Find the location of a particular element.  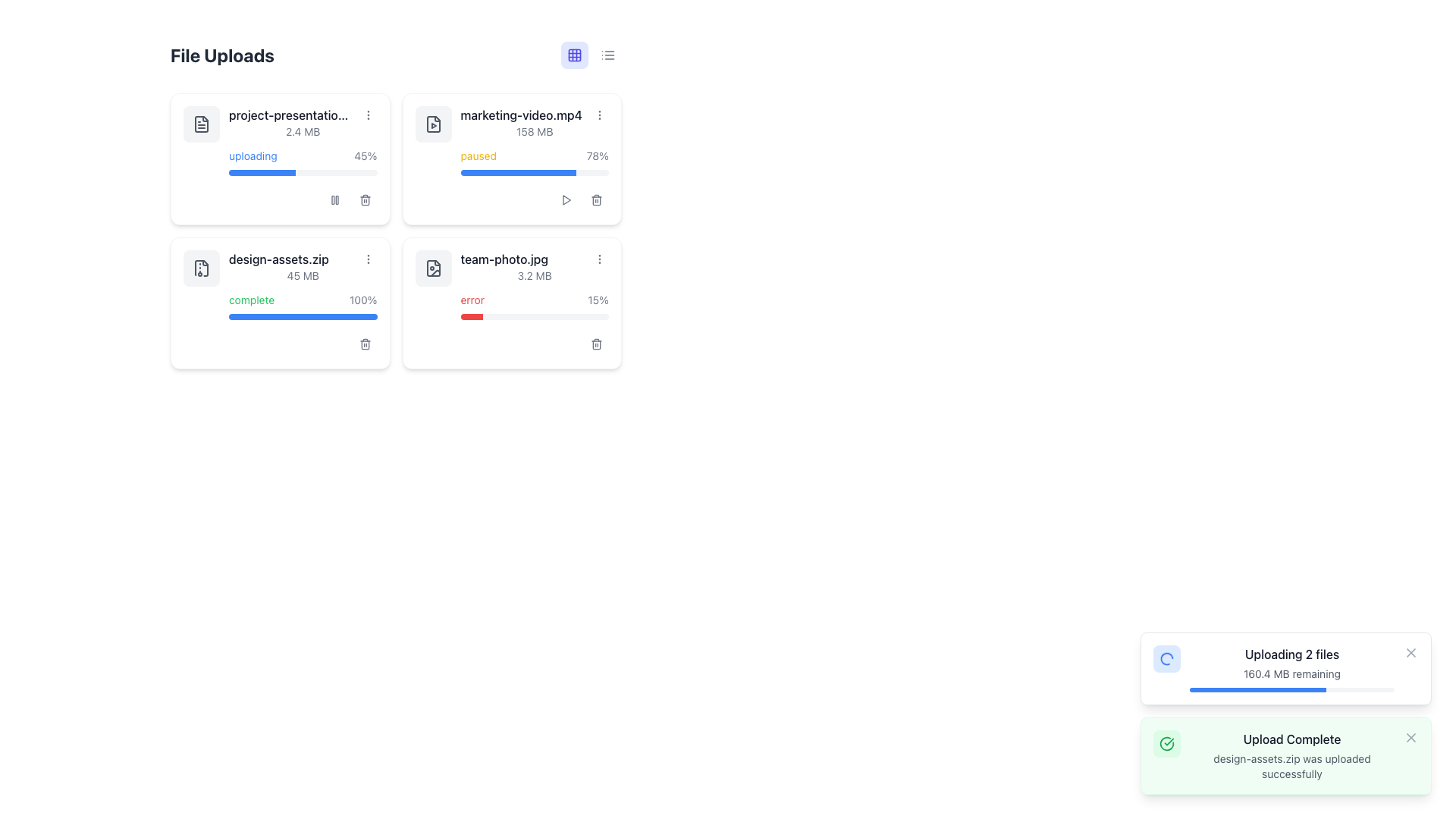

the loading spinner icon located in the left section of the notification panel titled 'Uploading 2 files', which is above the progress bar and next to the file upload status text is located at coordinates (1166, 657).